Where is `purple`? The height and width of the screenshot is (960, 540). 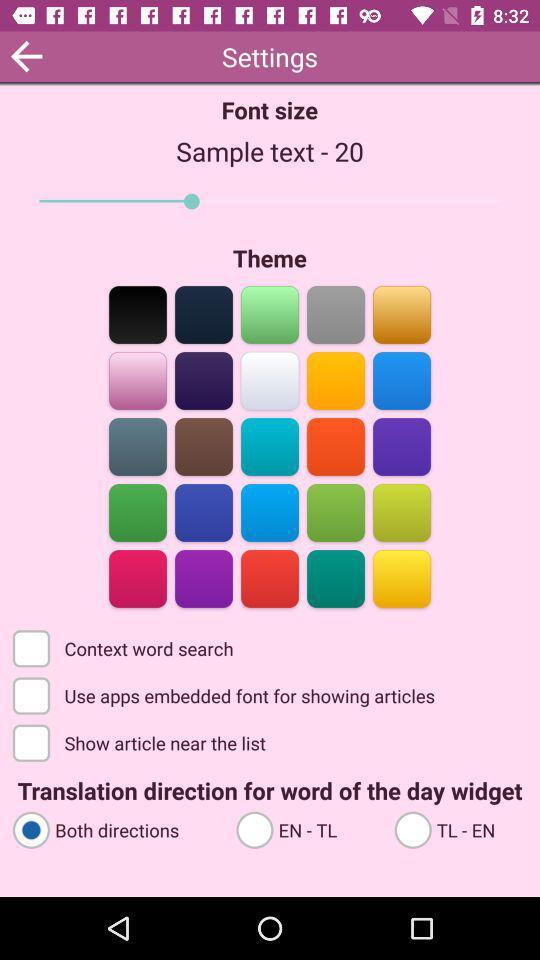 purple is located at coordinates (203, 378).